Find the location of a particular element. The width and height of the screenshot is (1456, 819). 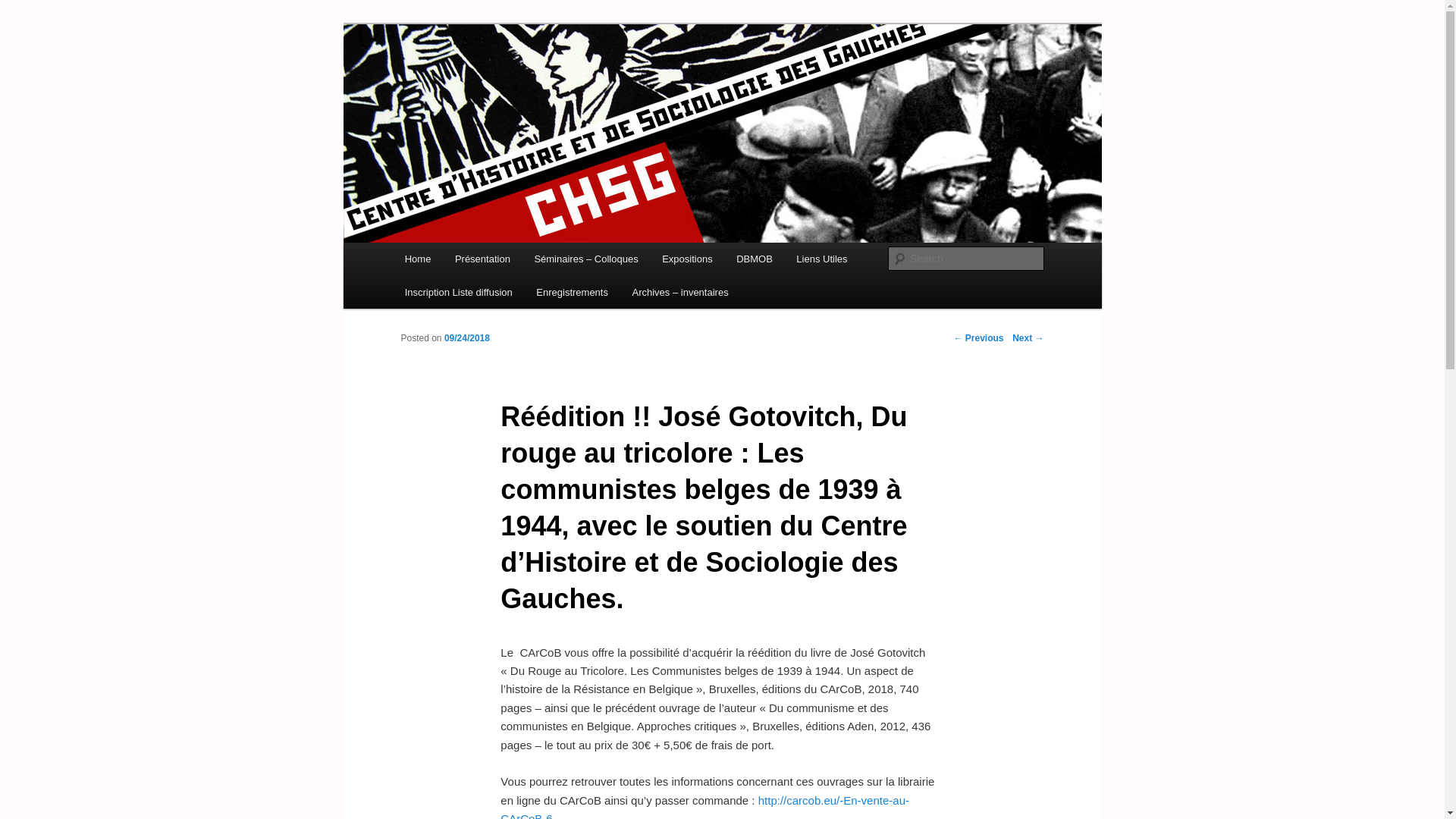

'09/24/2018' is located at coordinates (443, 337).